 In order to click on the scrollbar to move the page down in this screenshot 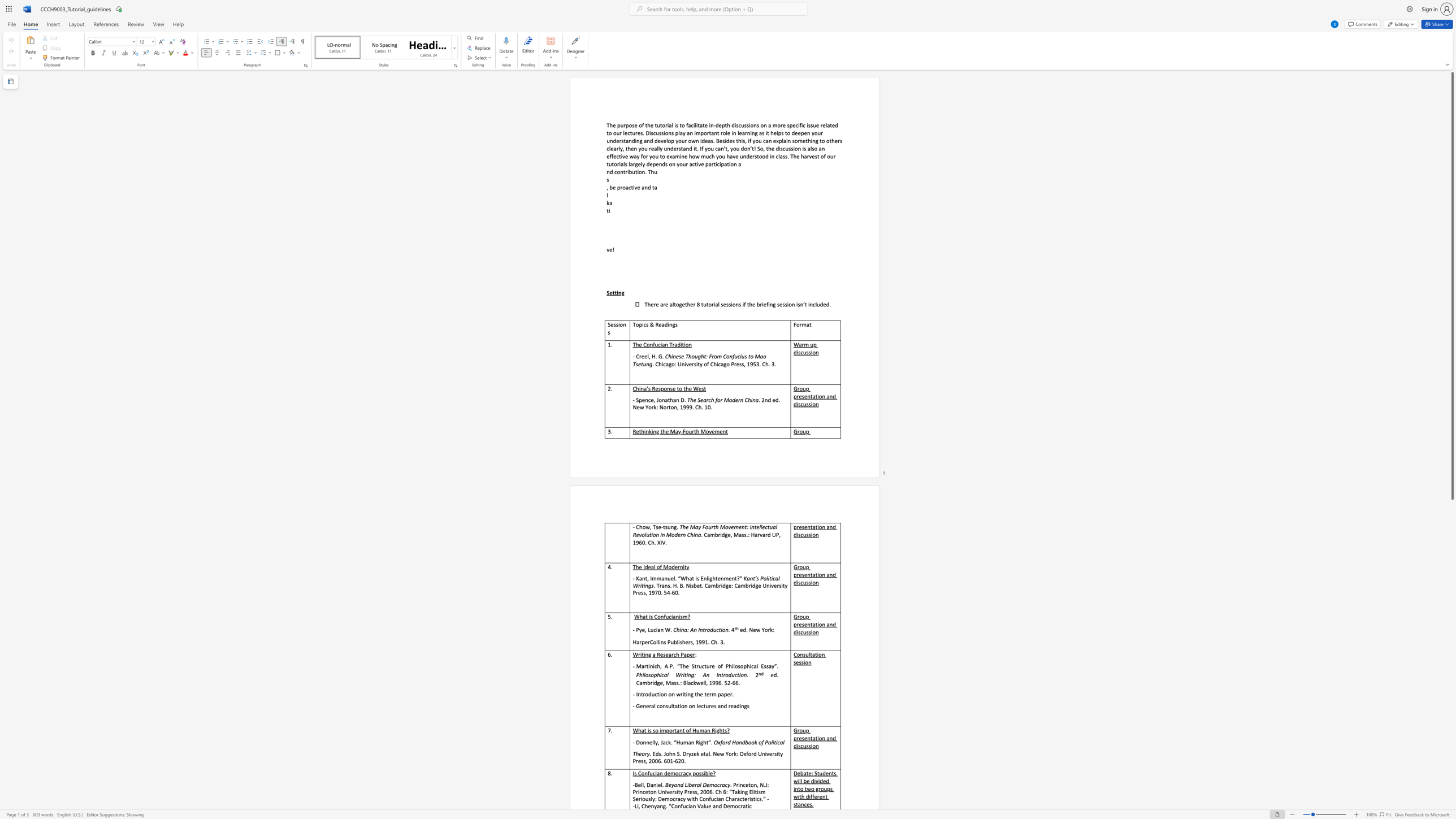, I will do `click(1451, 723)`.